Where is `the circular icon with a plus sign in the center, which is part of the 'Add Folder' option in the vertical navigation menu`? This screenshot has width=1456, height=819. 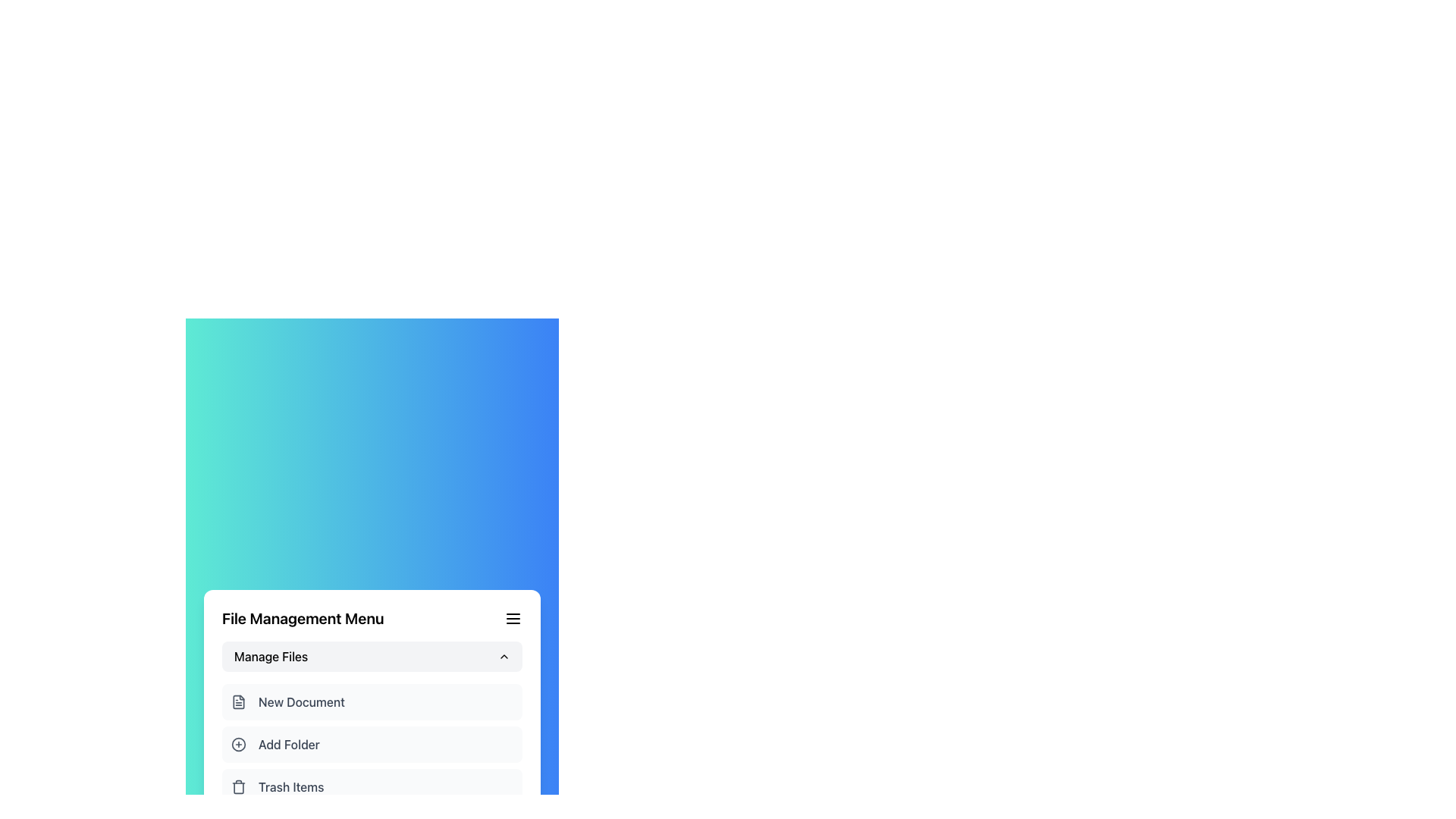
the circular icon with a plus sign in the center, which is part of the 'Add Folder' option in the vertical navigation menu is located at coordinates (238, 744).